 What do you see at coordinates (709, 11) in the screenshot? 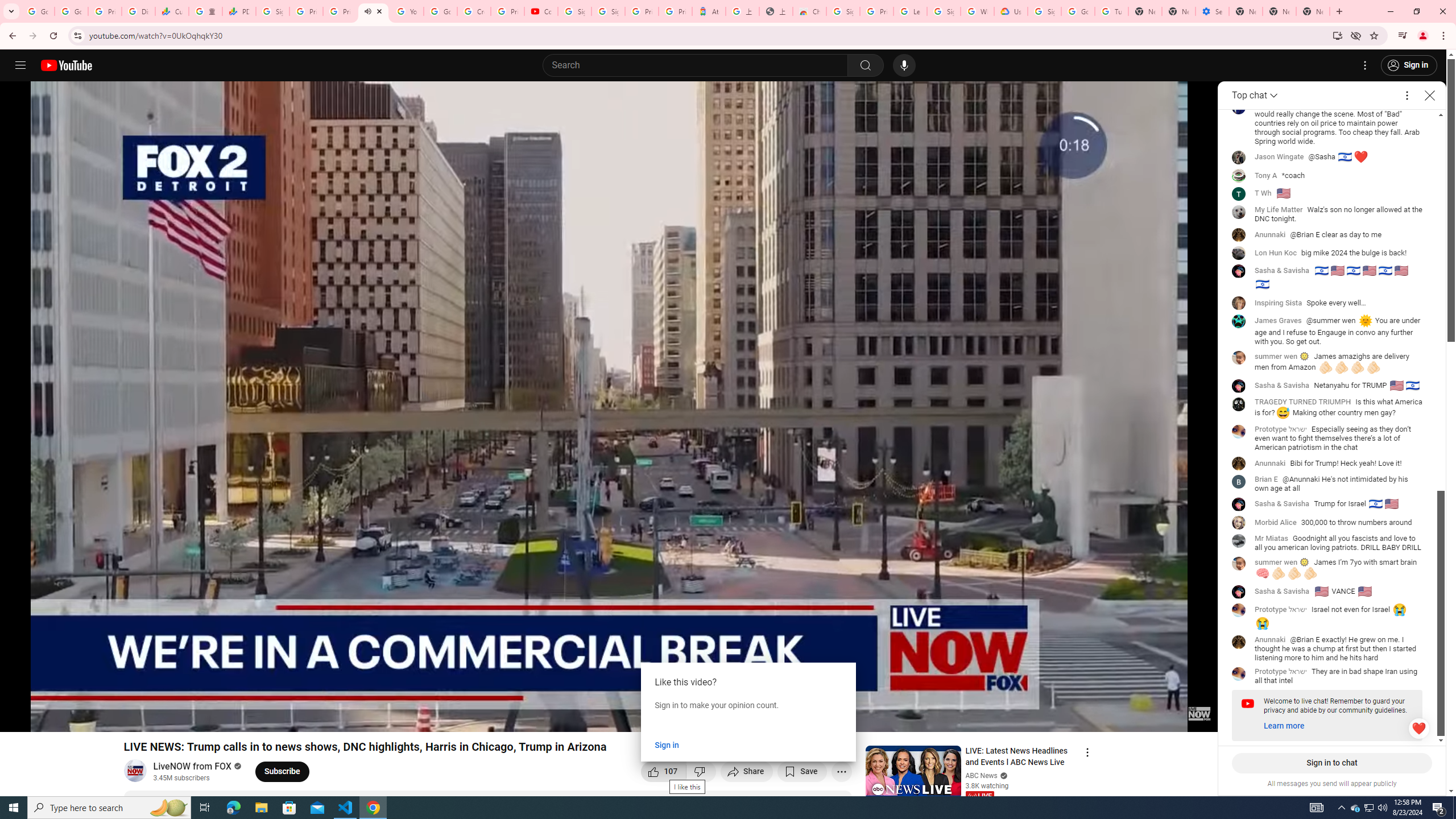
I see `'Atour Hotel - Google hotels'` at bounding box center [709, 11].